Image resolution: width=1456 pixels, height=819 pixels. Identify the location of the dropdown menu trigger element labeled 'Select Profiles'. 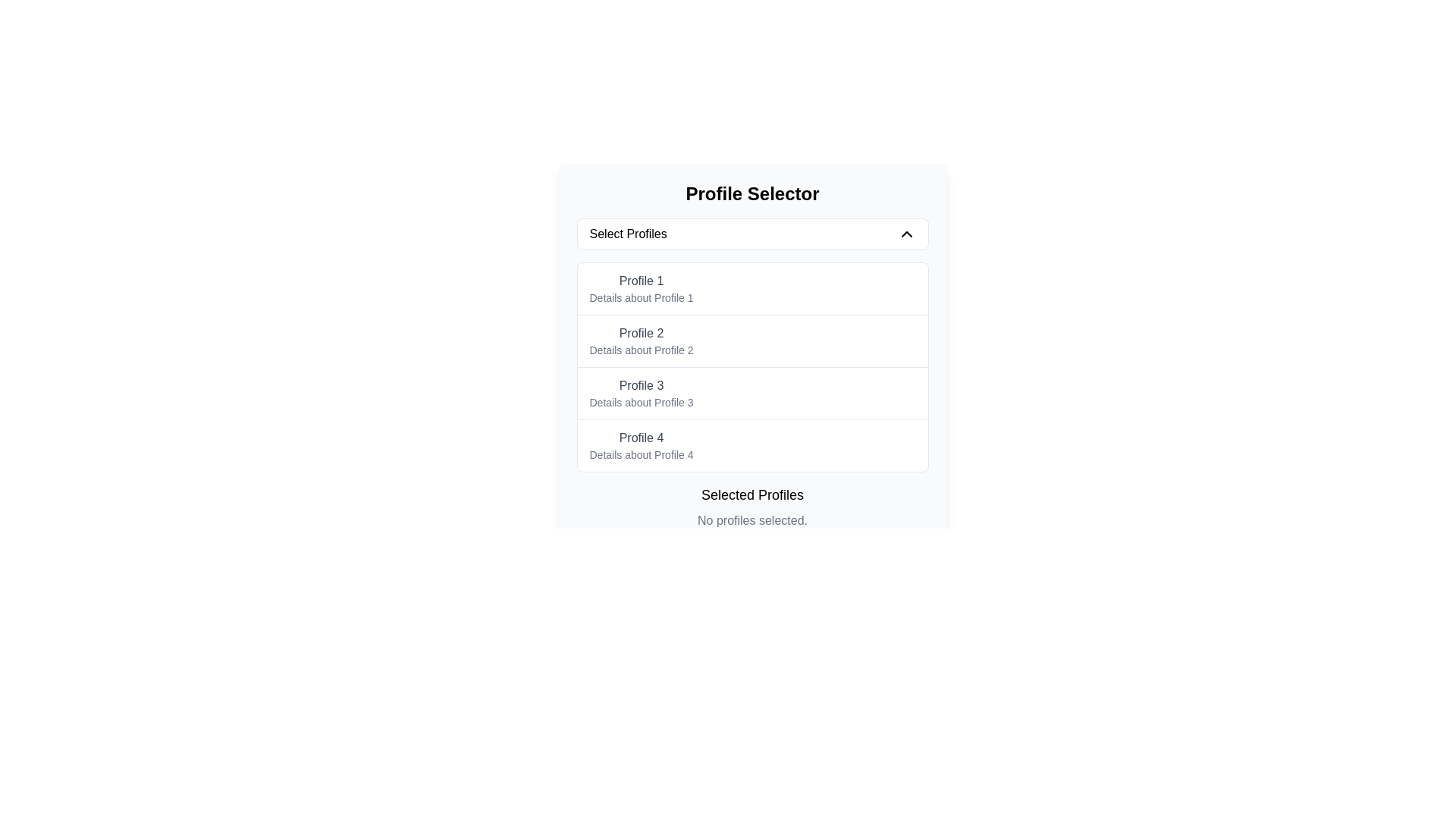
(752, 234).